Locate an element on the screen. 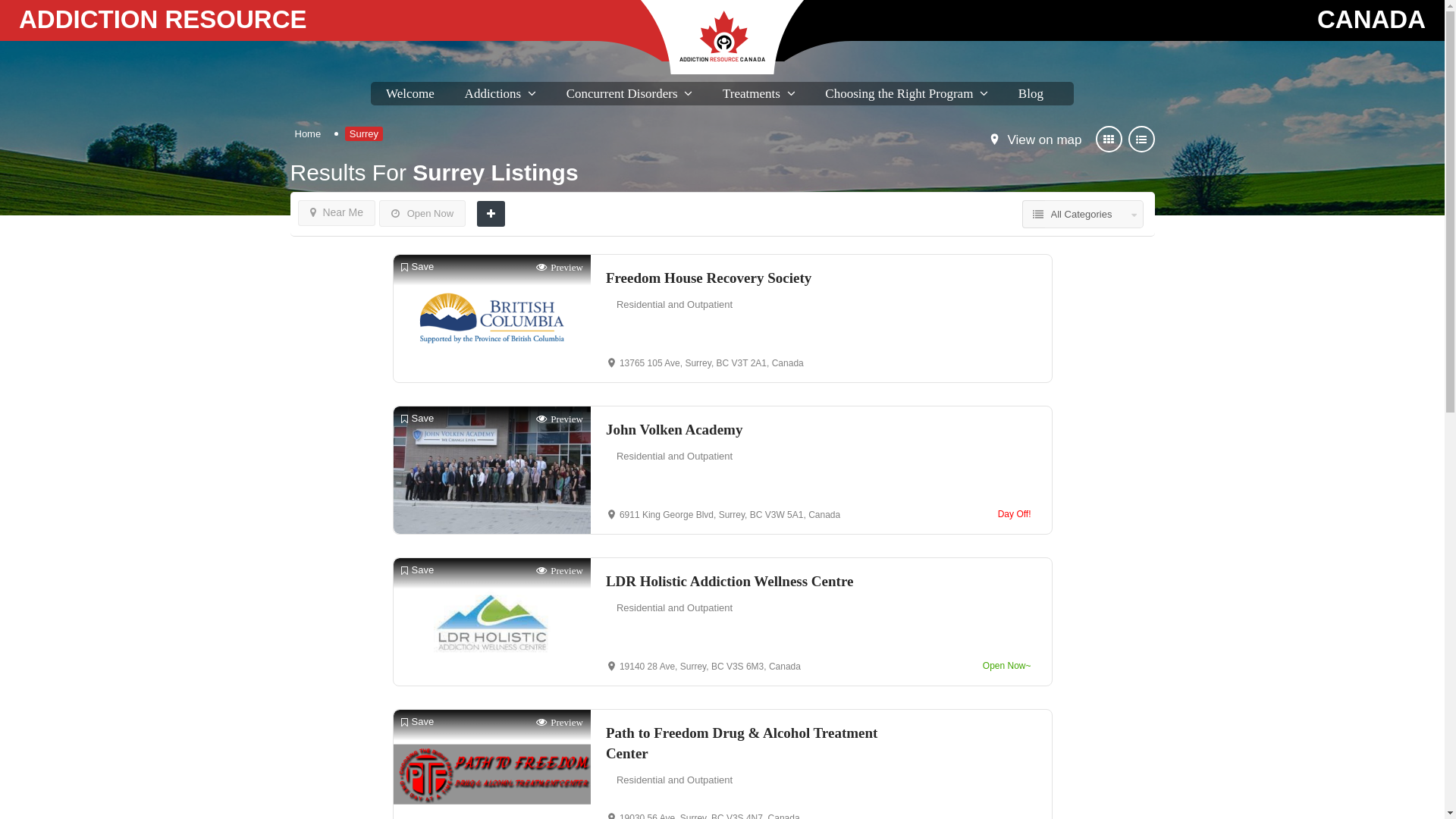  'LDR Holistic Addiction Wellness Centre' is located at coordinates (753, 580).